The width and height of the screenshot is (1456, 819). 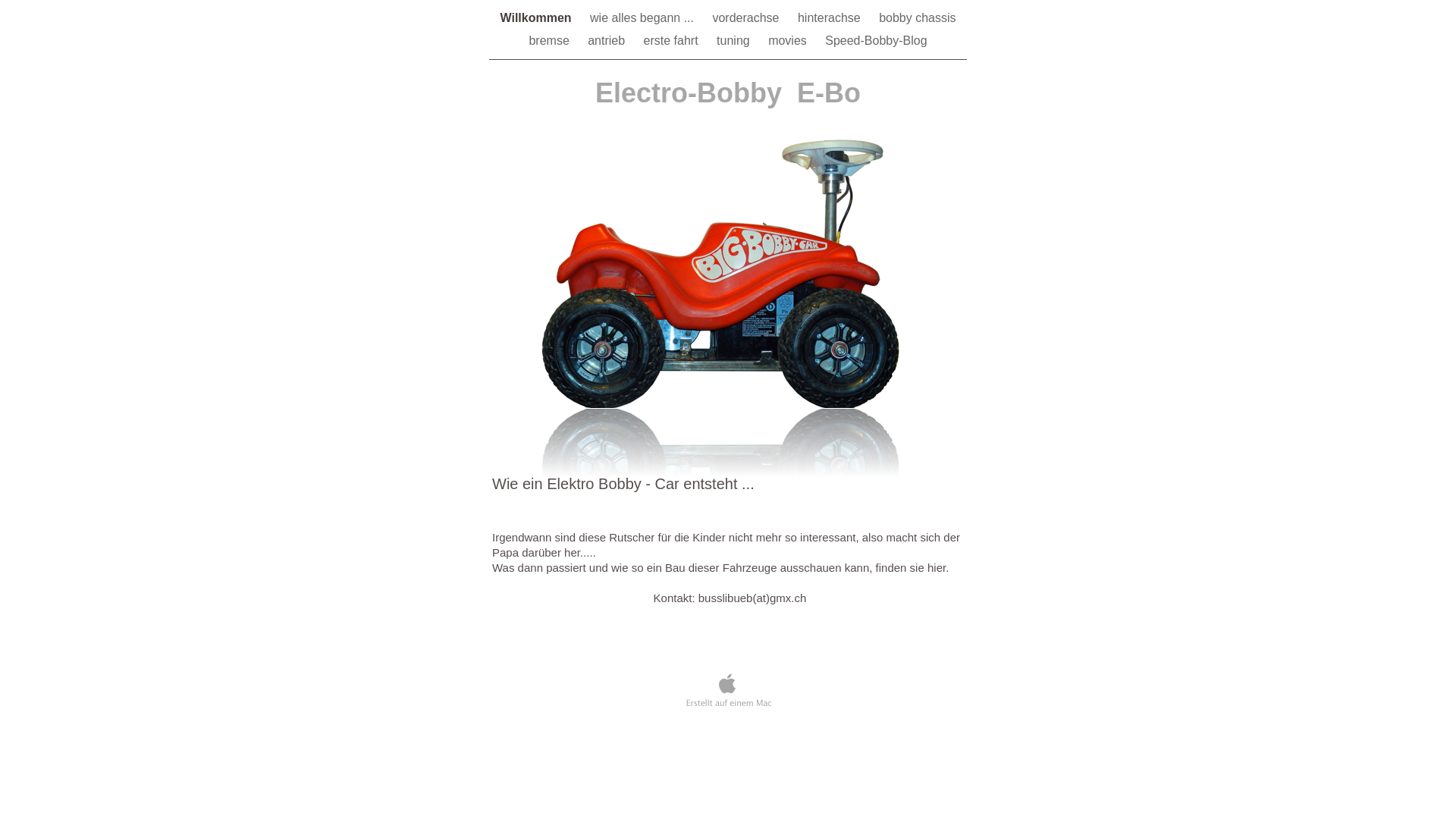 What do you see at coordinates (747, 17) in the screenshot?
I see `'vorderachse'` at bounding box center [747, 17].